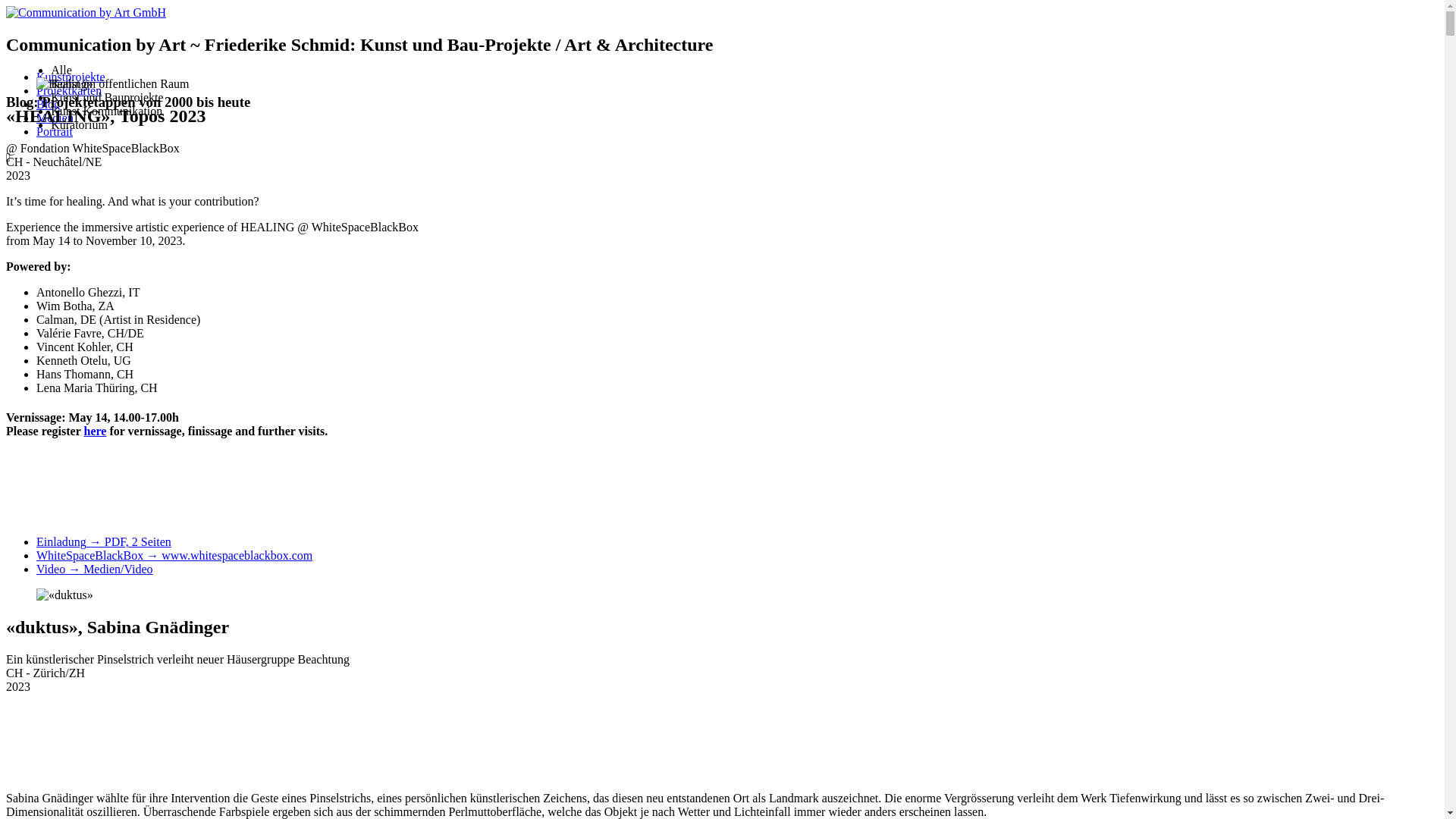 This screenshot has width=1456, height=819. Describe the element at coordinates (68, 90) in the screenshot. I see `'Projektkarten'` at that location.